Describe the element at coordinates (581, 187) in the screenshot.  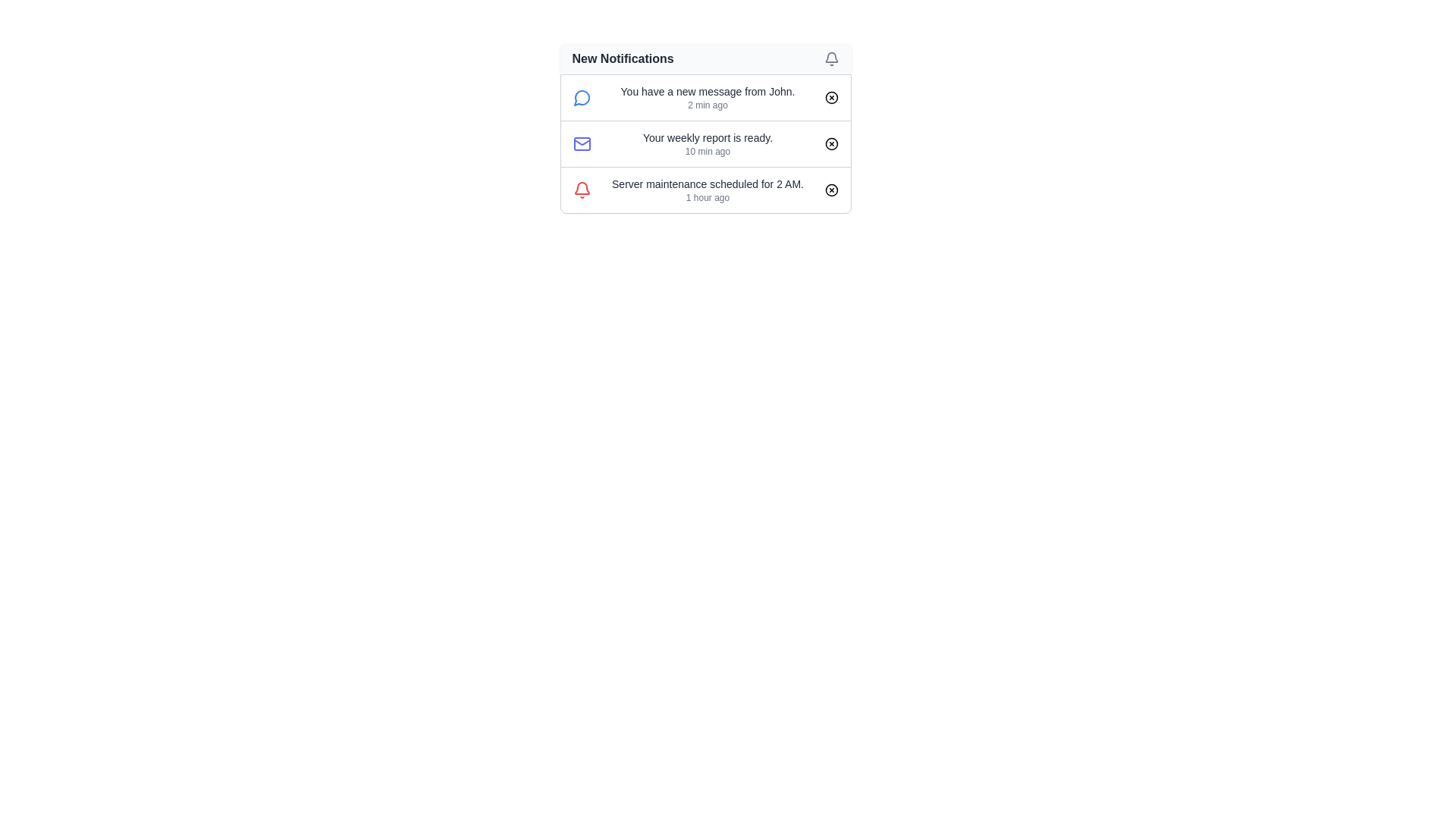
I see `the bell-shaped notification icon` at that location.